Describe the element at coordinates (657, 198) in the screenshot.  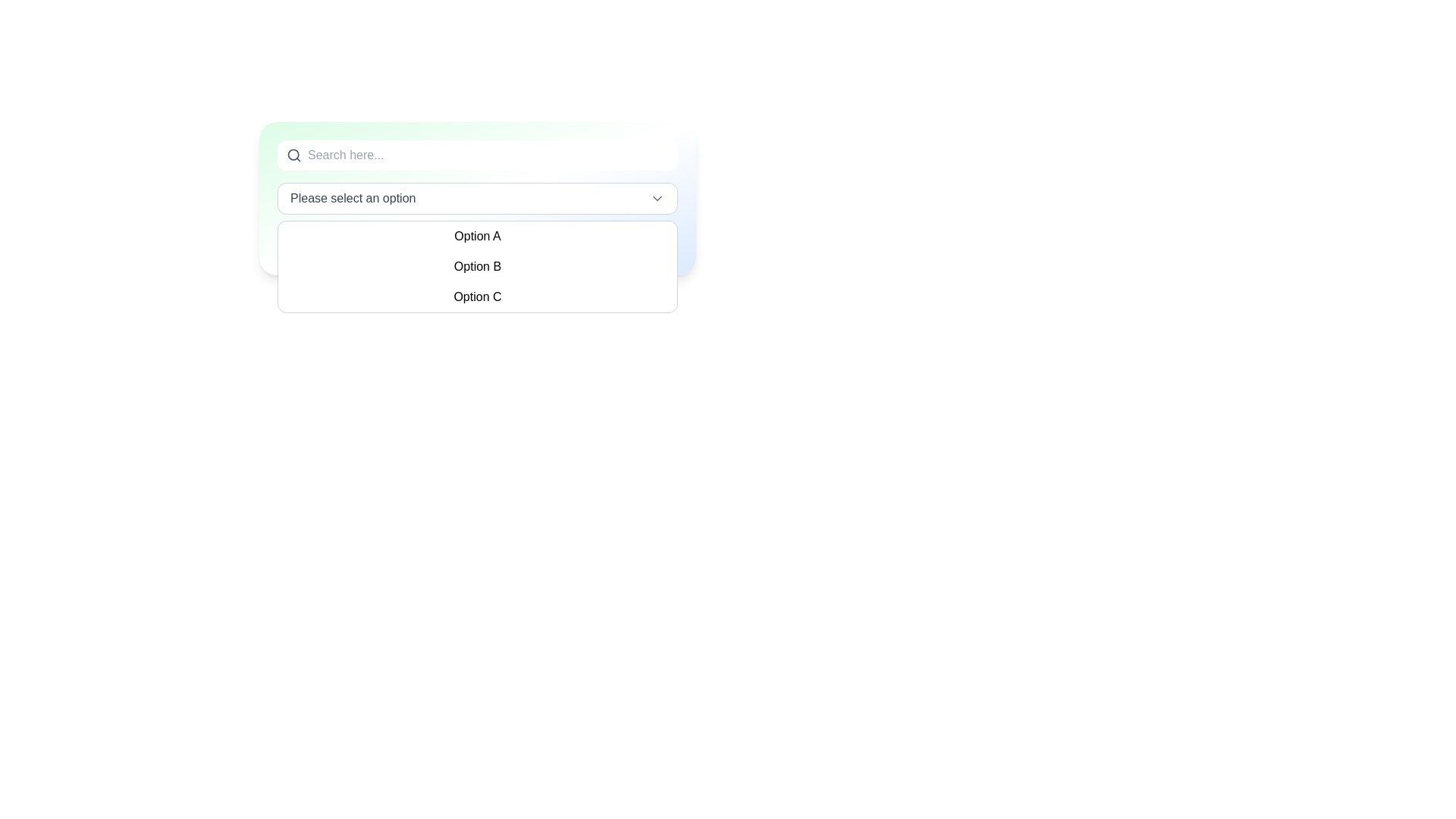
I see `the Chevron Down SVG icon next to the label 'Please select an option' to visually highlight it for interaction` at that location.